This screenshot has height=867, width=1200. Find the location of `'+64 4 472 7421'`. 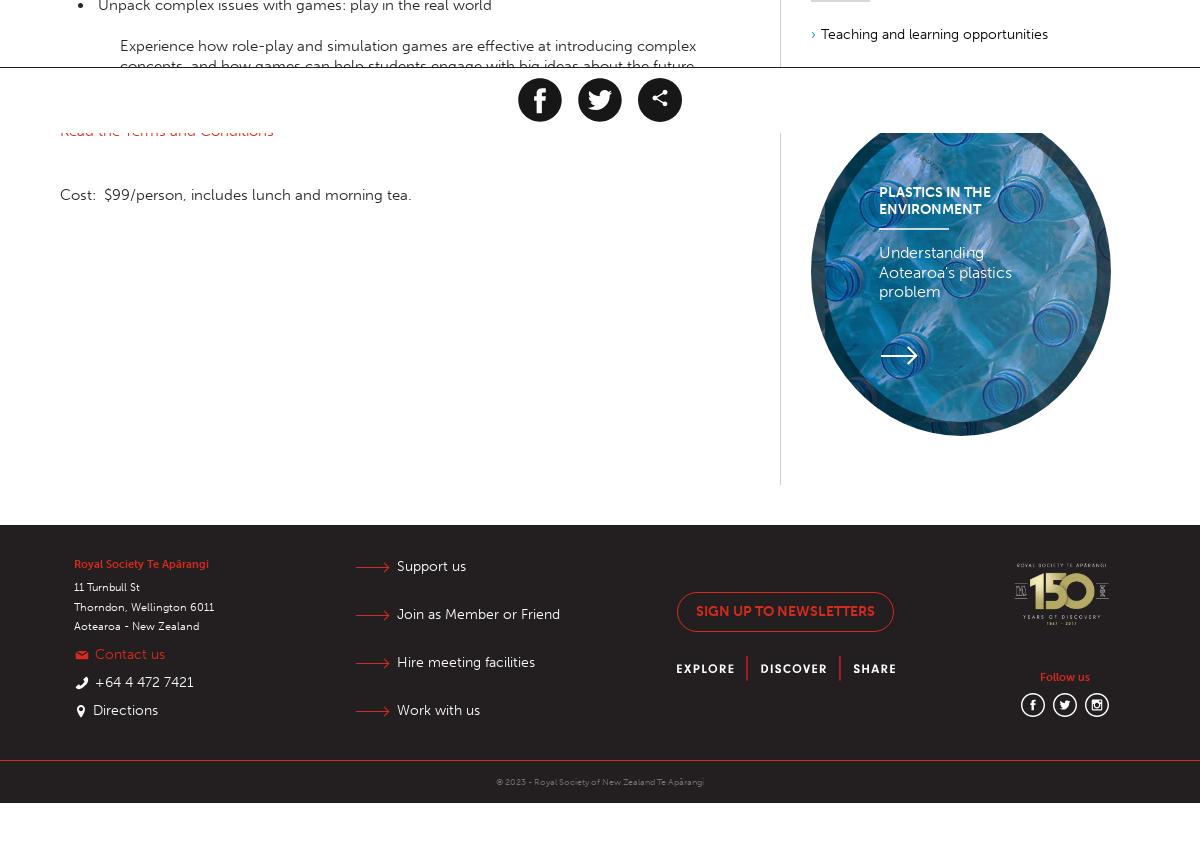

'+64 4 472 7421' is located at coordinates (95, 681).